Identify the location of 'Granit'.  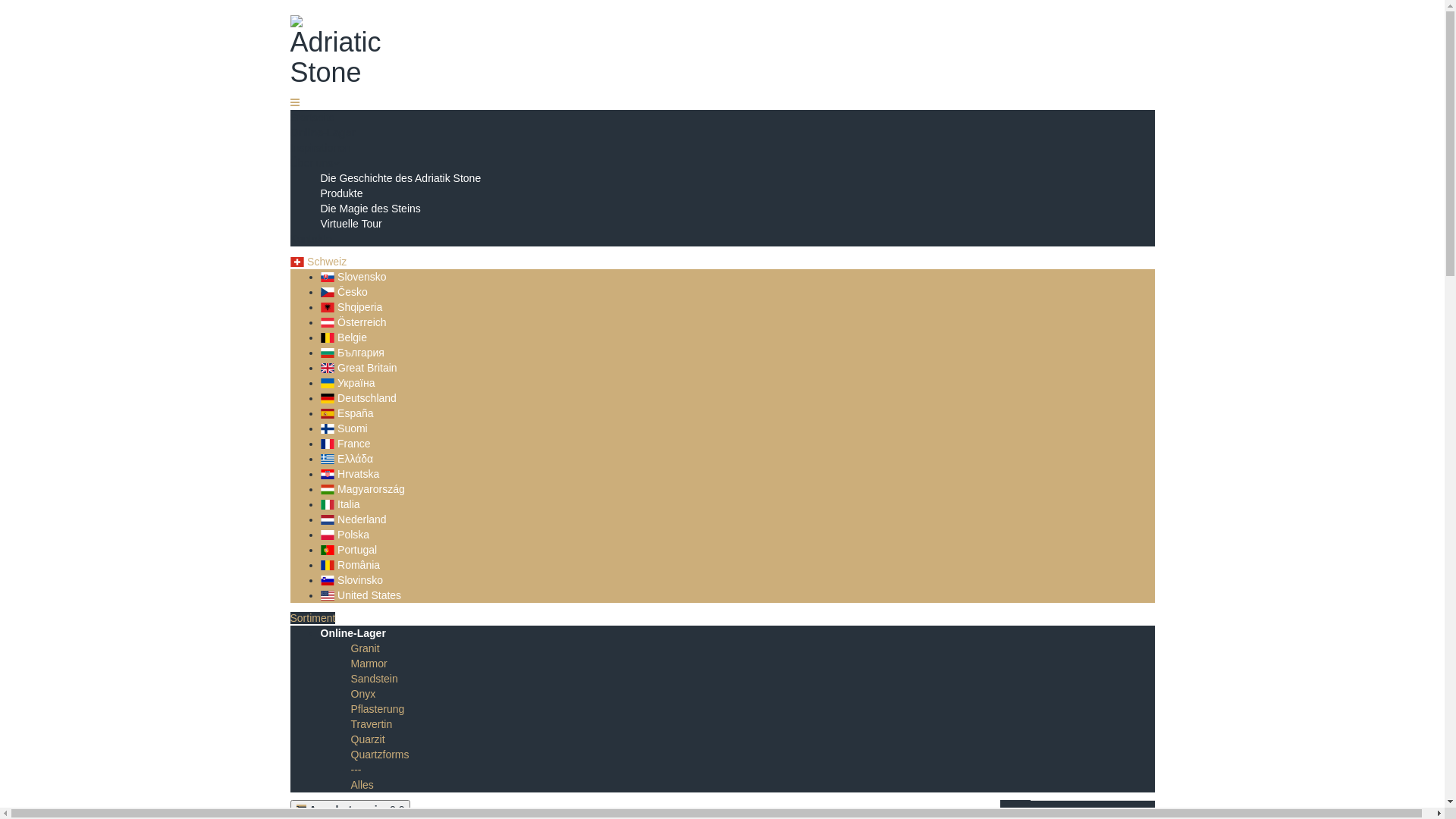
(349, 648).